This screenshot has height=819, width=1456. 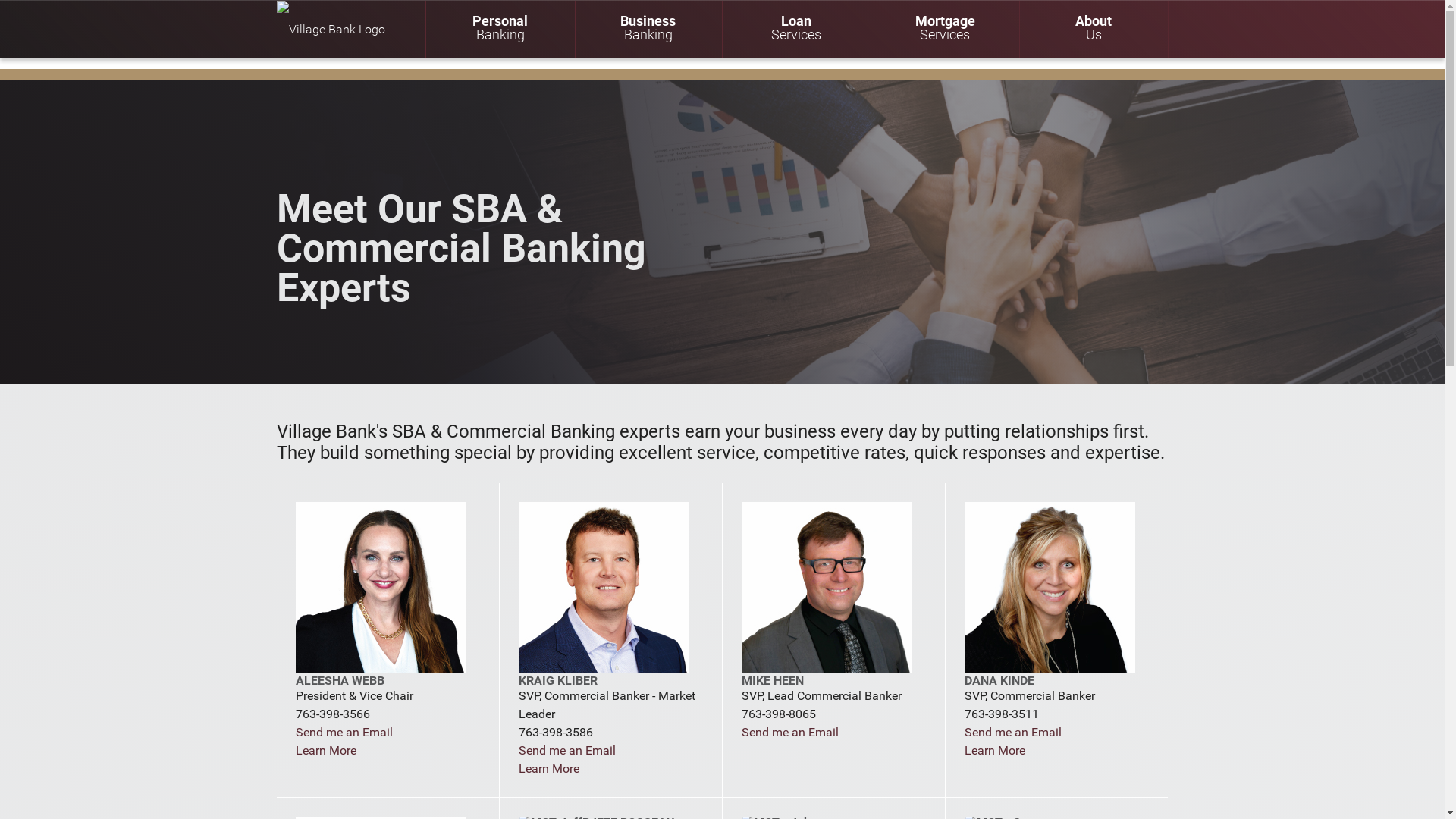 What do you see at coordinates (1012, 731) in the screenshot?
I see `'Send me an Email'` at bounding box center [1012, 731].